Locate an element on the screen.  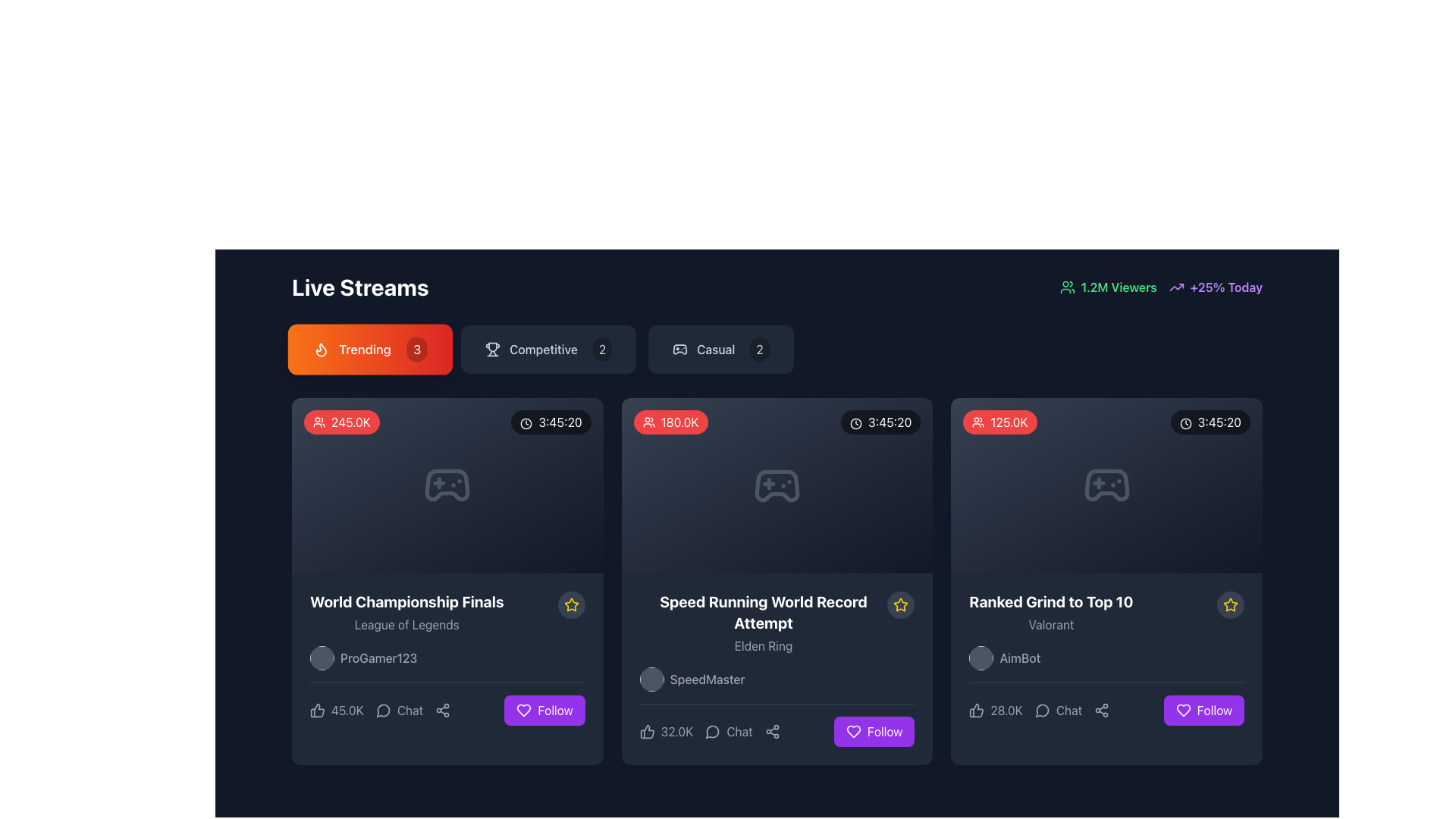
the heart-shaped icon located to the left of the 'Follow' button at the bottom-right section of the 'World Championship Finals' content card to indicate a 'like' or 'favorite' action is located at coordinates (524, 711).